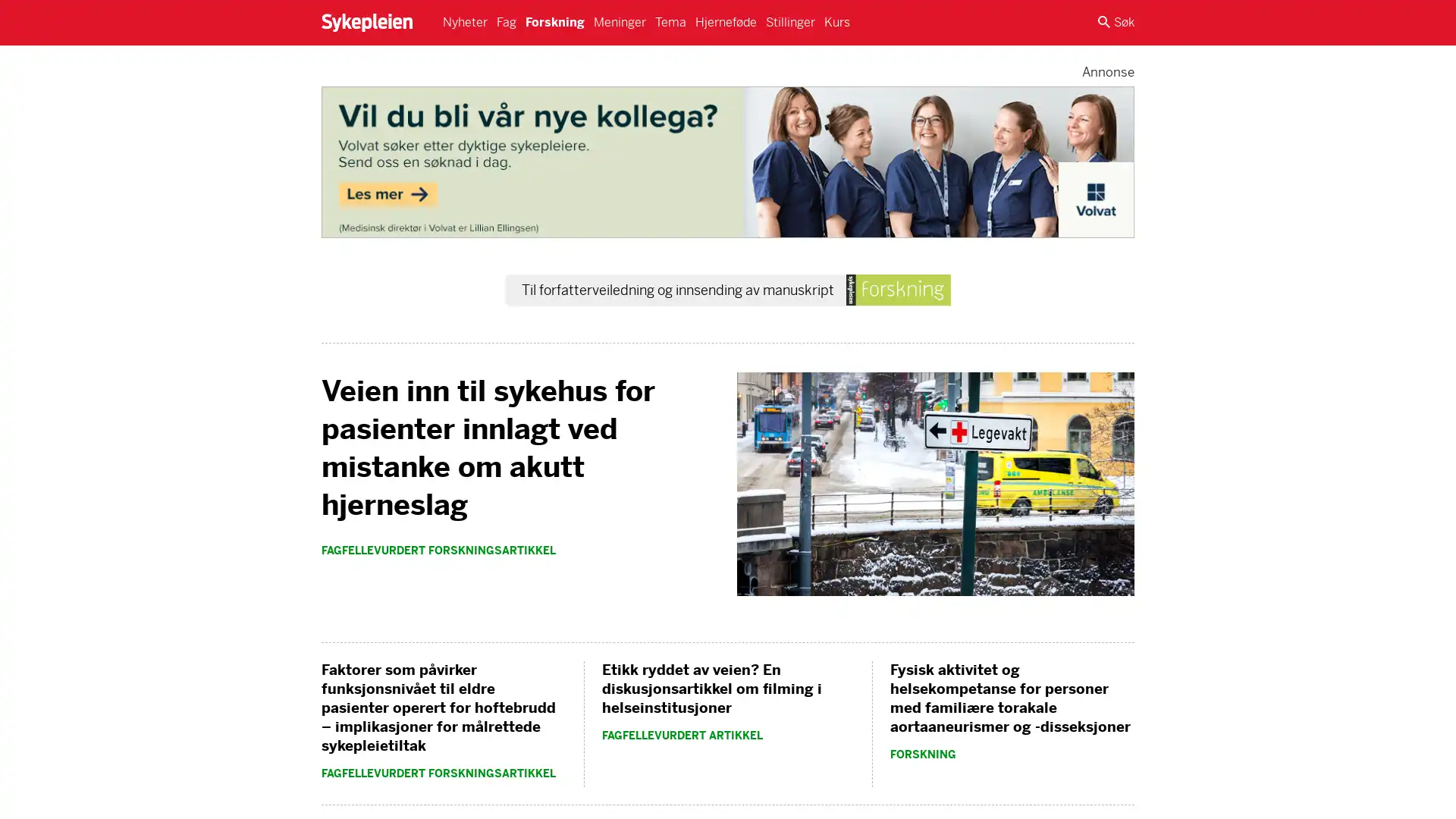 This screenshot has height=819, width=1456. Describe the element at coordinates (1116, 23) in the screenshot. I see `Toggle Search` at that location.